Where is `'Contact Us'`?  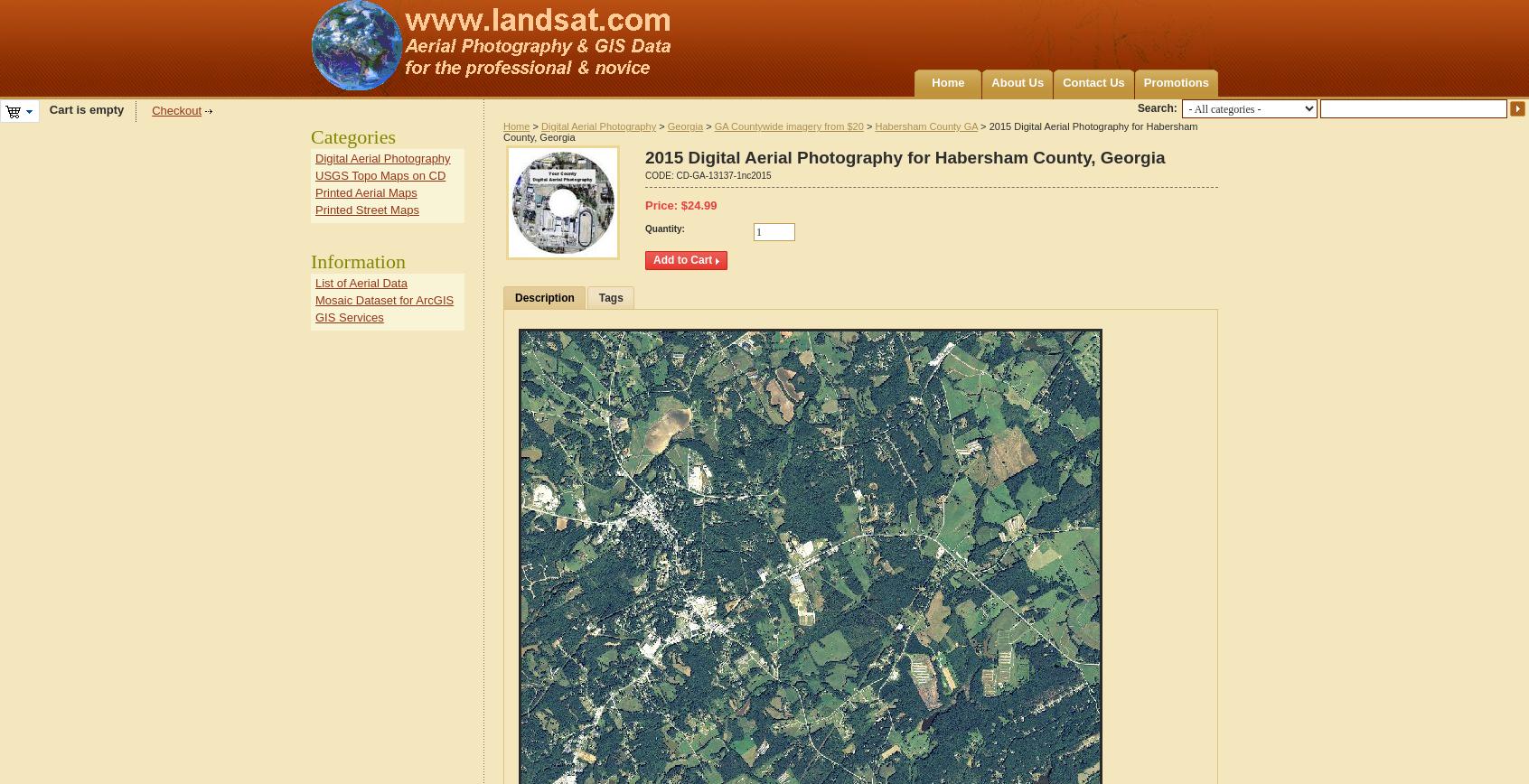 'Contact Us' is located at coordinates (1093, 82).